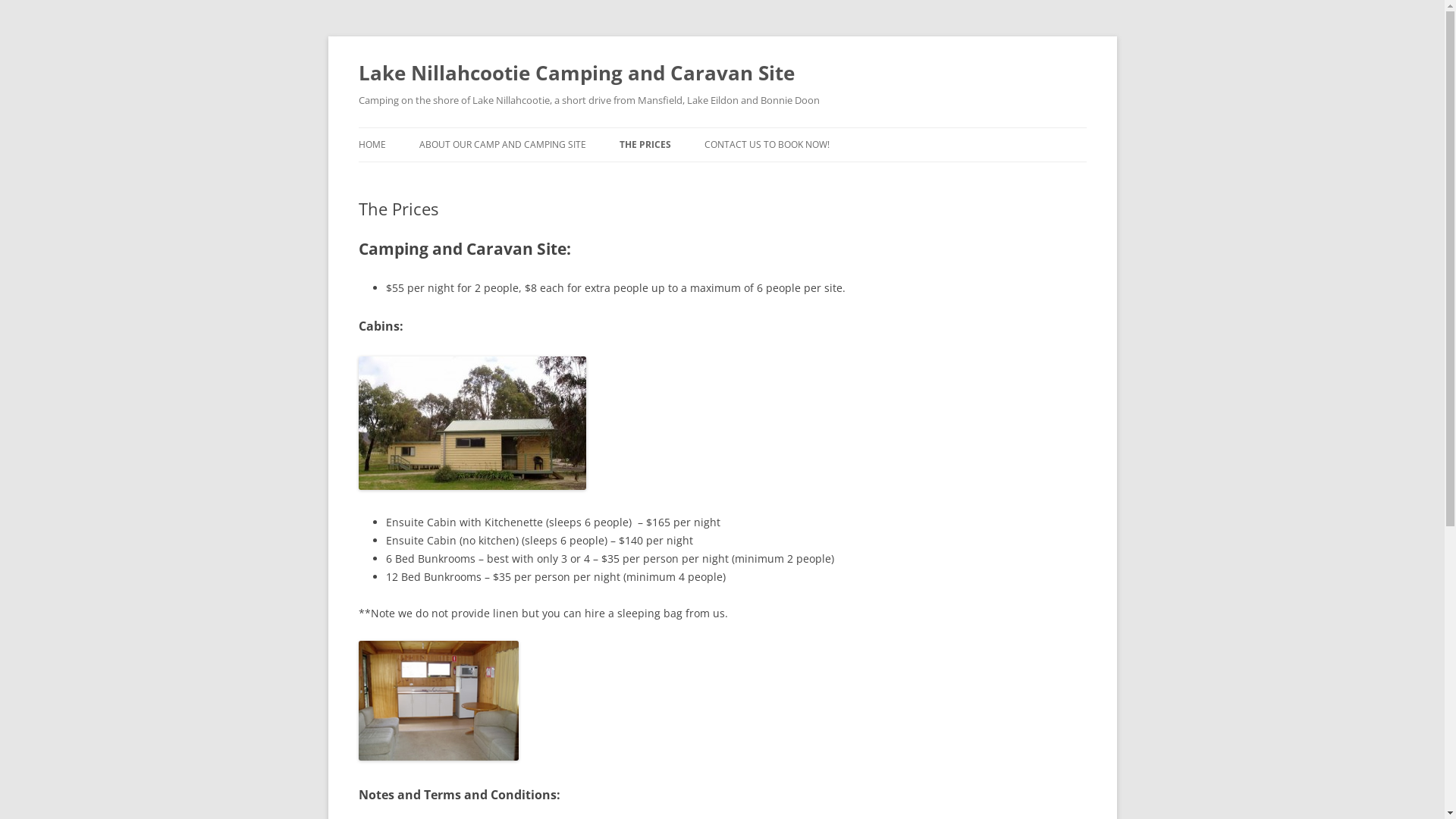 This screenshot has height=819, width=1456. What do you see at coordinates (356, 145) in the screenshot?
I see `'HOME'` at bounding box center [356, 145].